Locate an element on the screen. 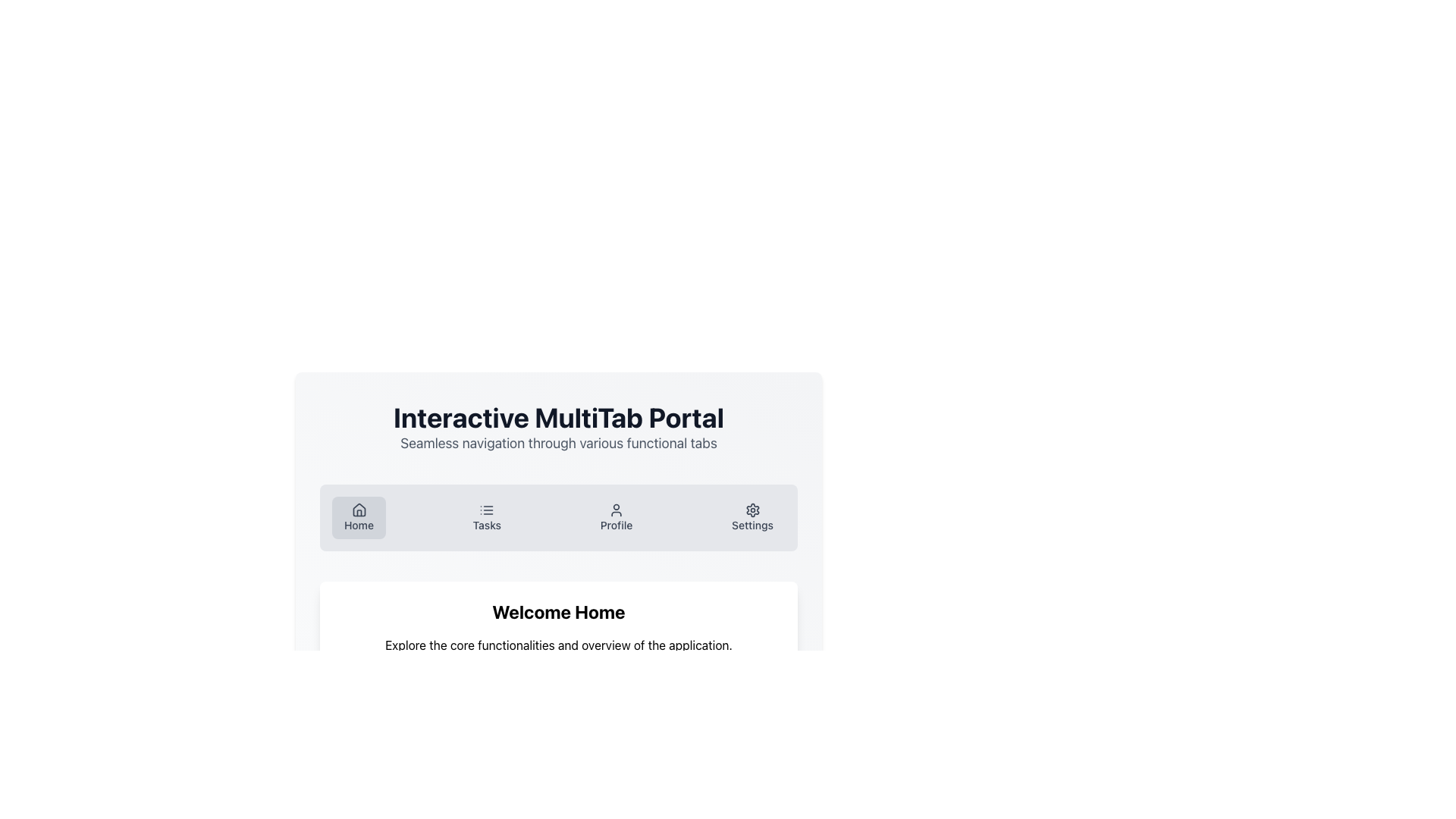 The height and width of the screenshot is (819, 1456). the representation of the house-shaped vector icon located in the 'Home' button at the top of the interface is located at coordinates (358, 510).